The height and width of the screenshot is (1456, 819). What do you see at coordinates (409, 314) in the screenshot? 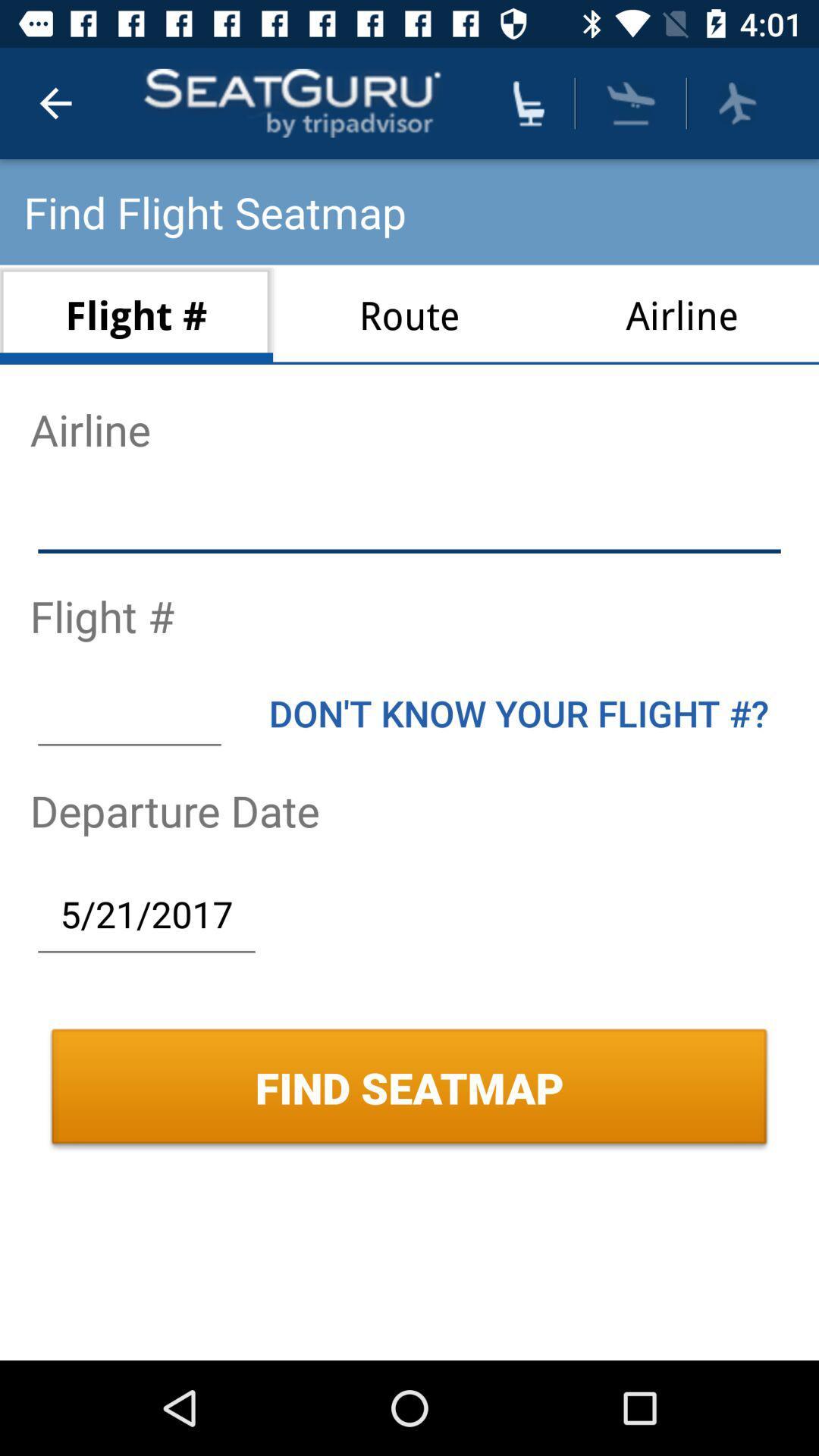
I see `the icon next to the flight # icon` at bounding box center [409, 314].